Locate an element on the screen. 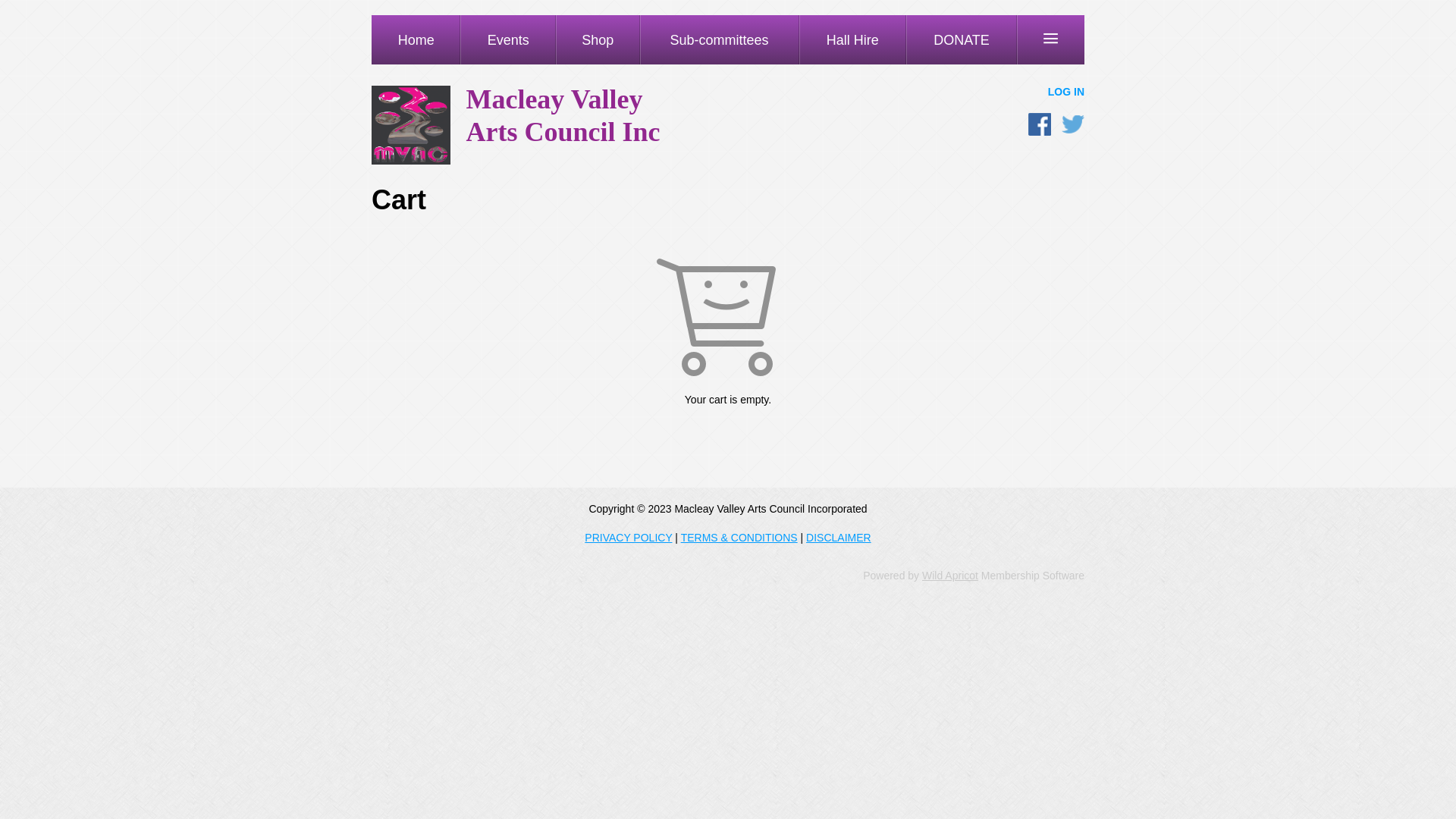 The image size is (1456, 819). 'Home' is located at coordinates (416, 39).